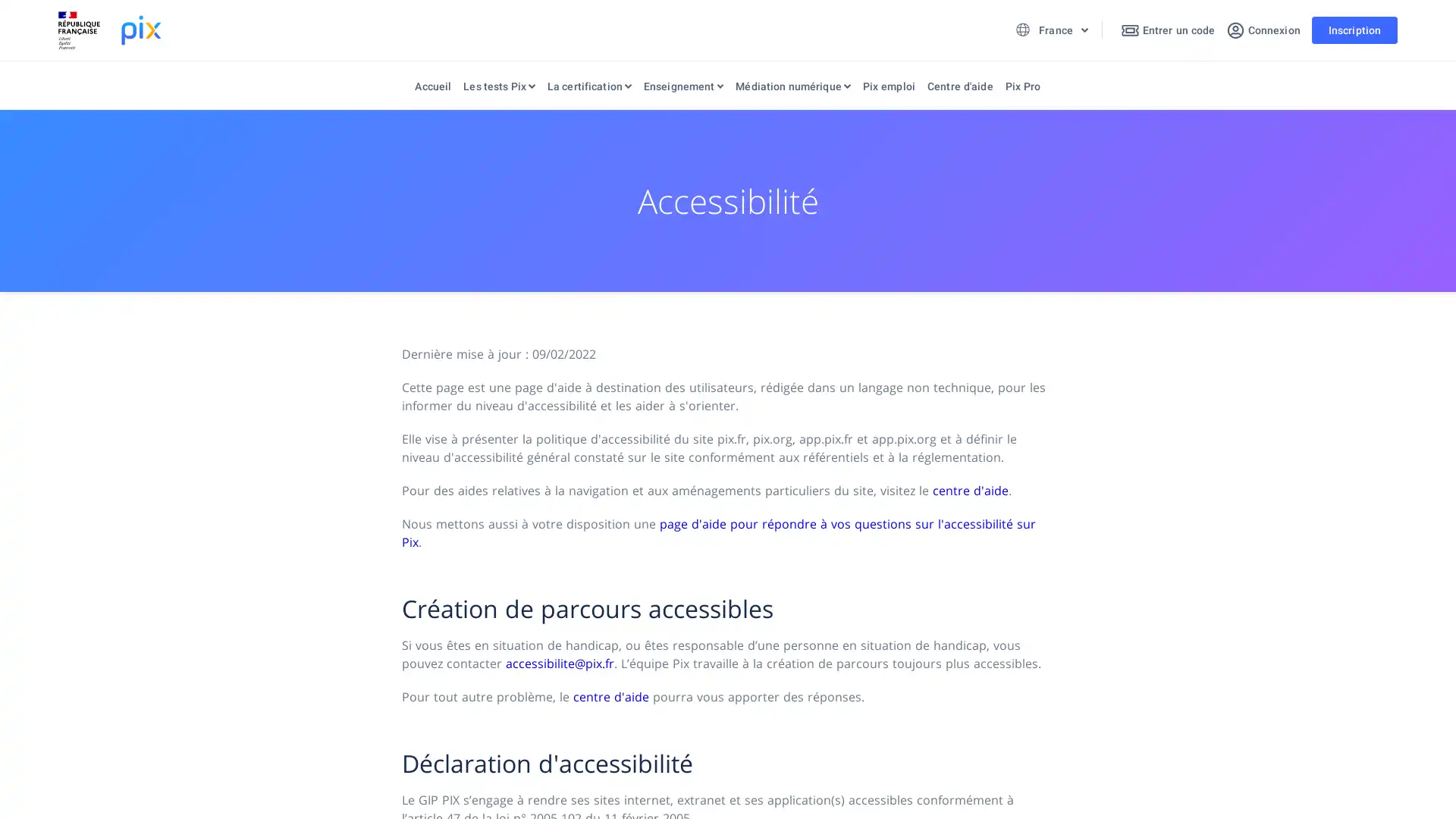  I want to click on La certification, so click(588, 89).